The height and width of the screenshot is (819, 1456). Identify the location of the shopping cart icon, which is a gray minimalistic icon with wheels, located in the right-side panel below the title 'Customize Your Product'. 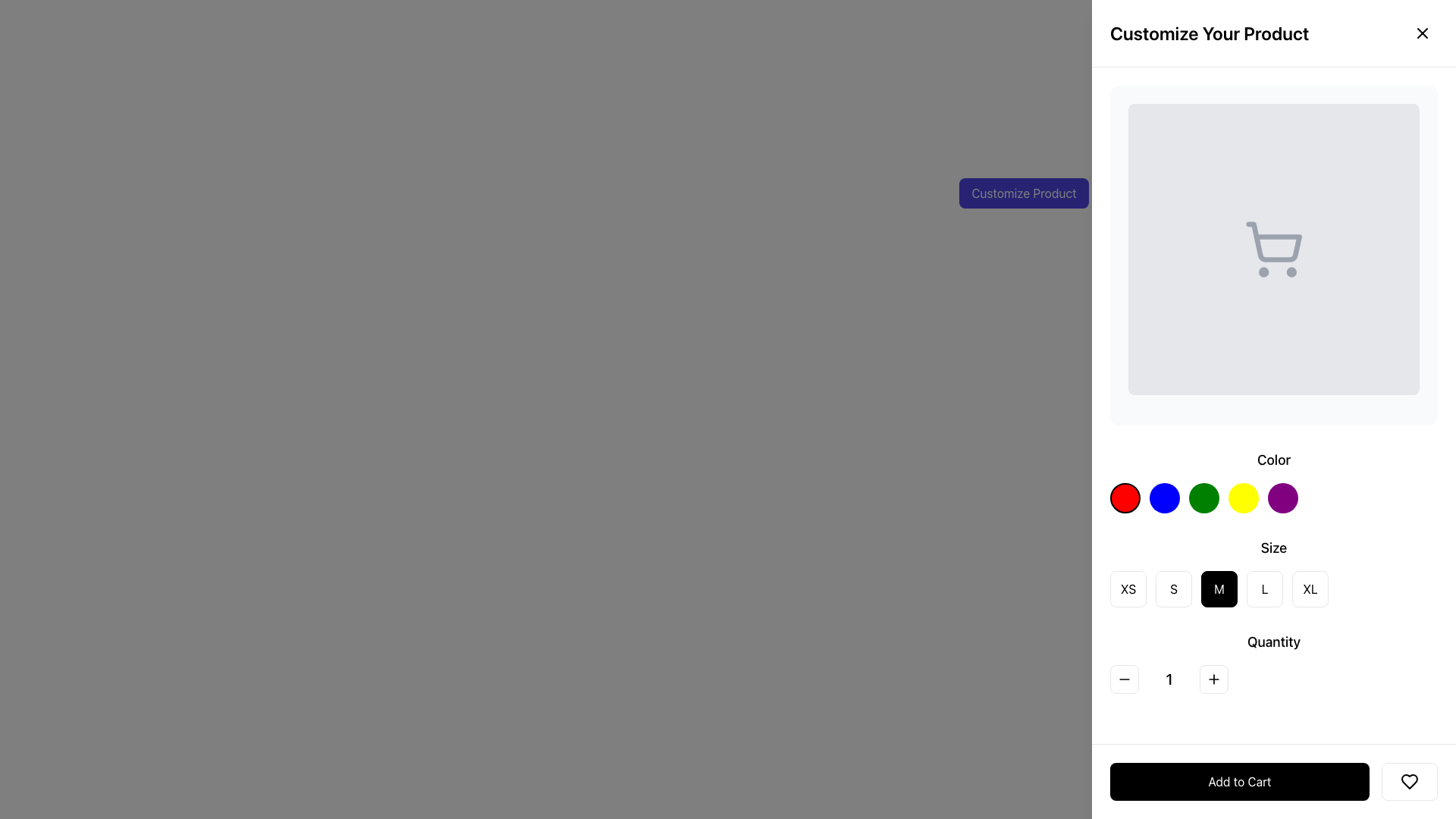
(1274, 248).